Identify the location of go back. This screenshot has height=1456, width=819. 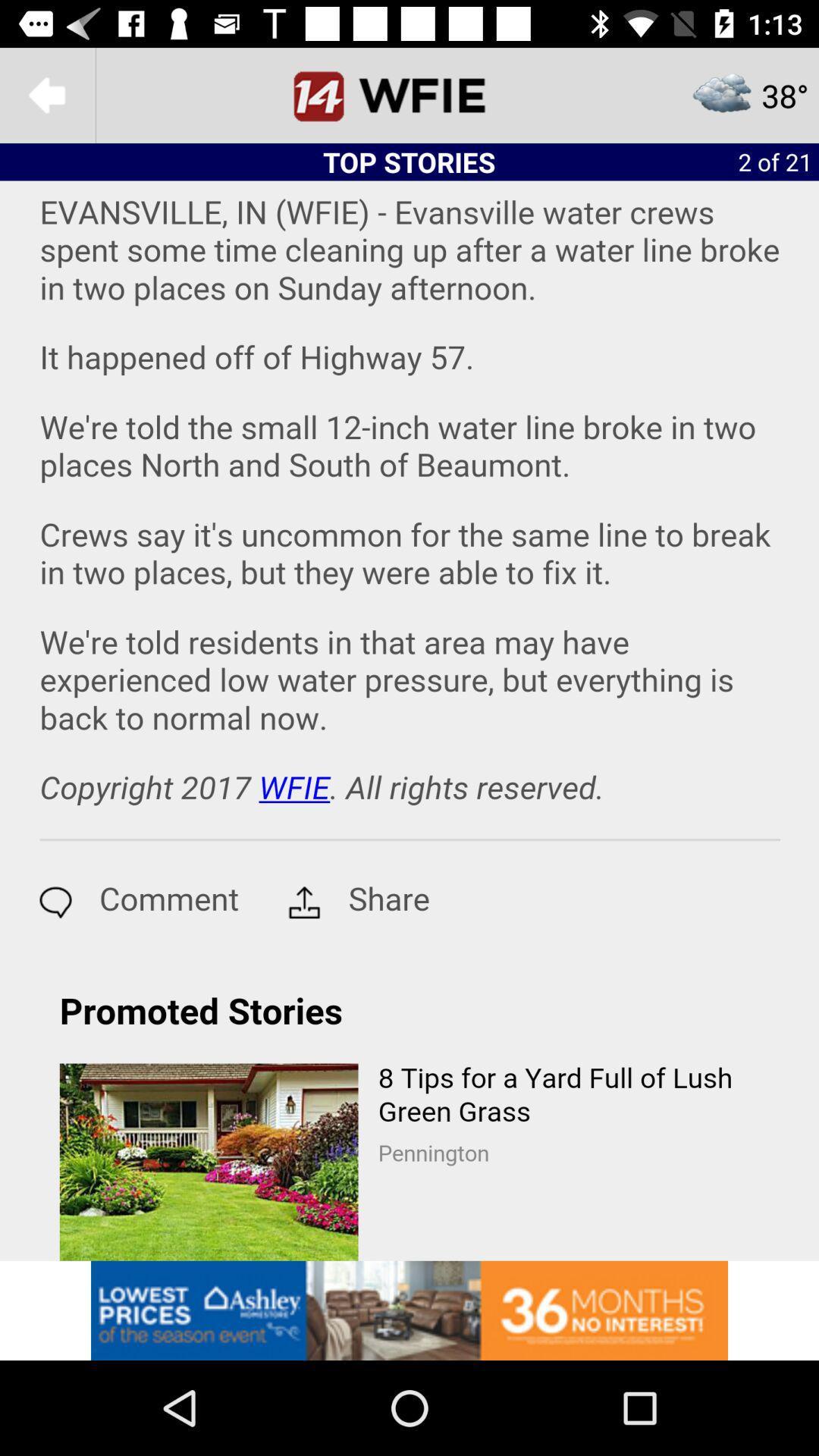
(46, 94).